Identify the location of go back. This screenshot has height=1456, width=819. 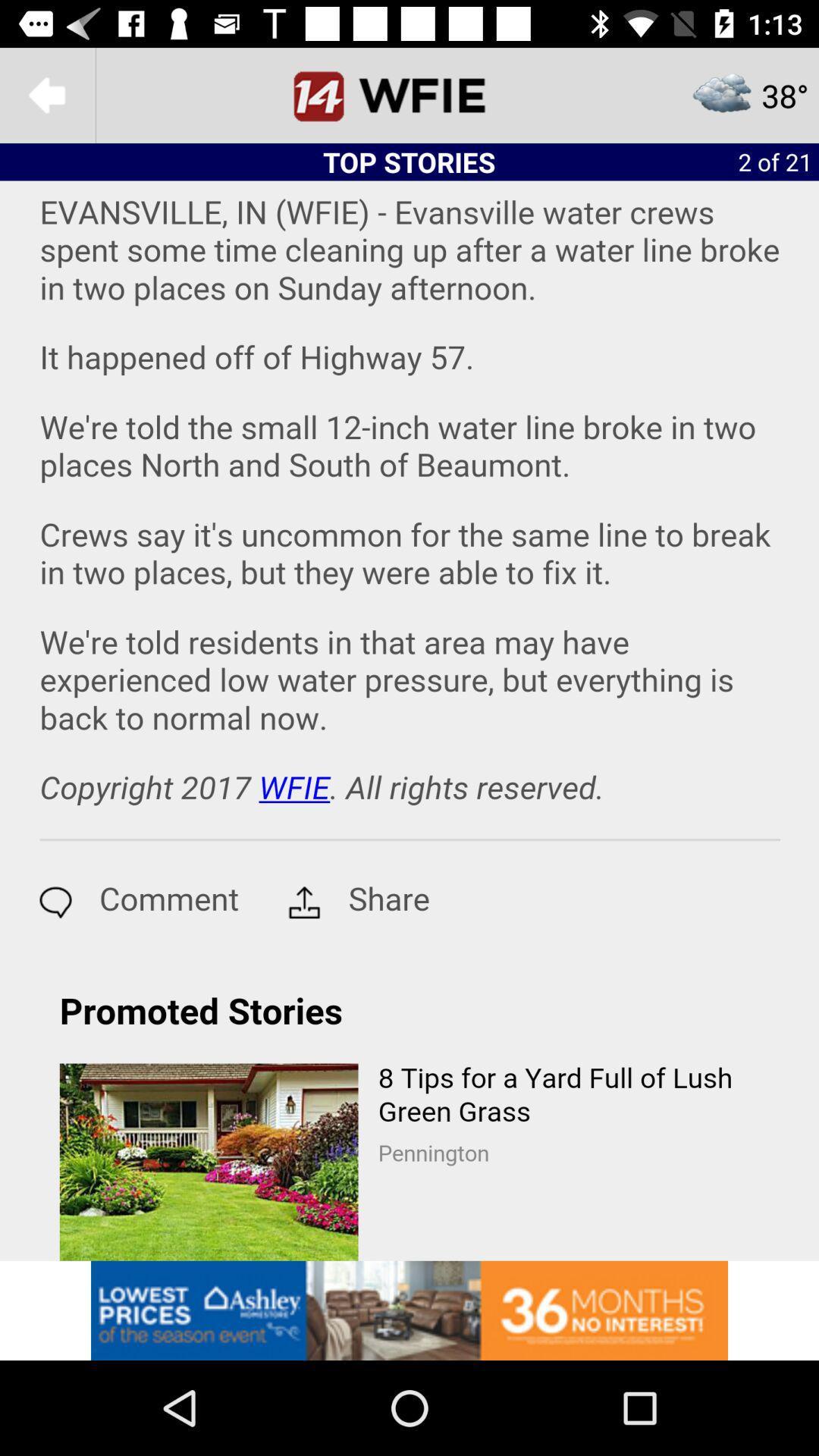
(46, 94).